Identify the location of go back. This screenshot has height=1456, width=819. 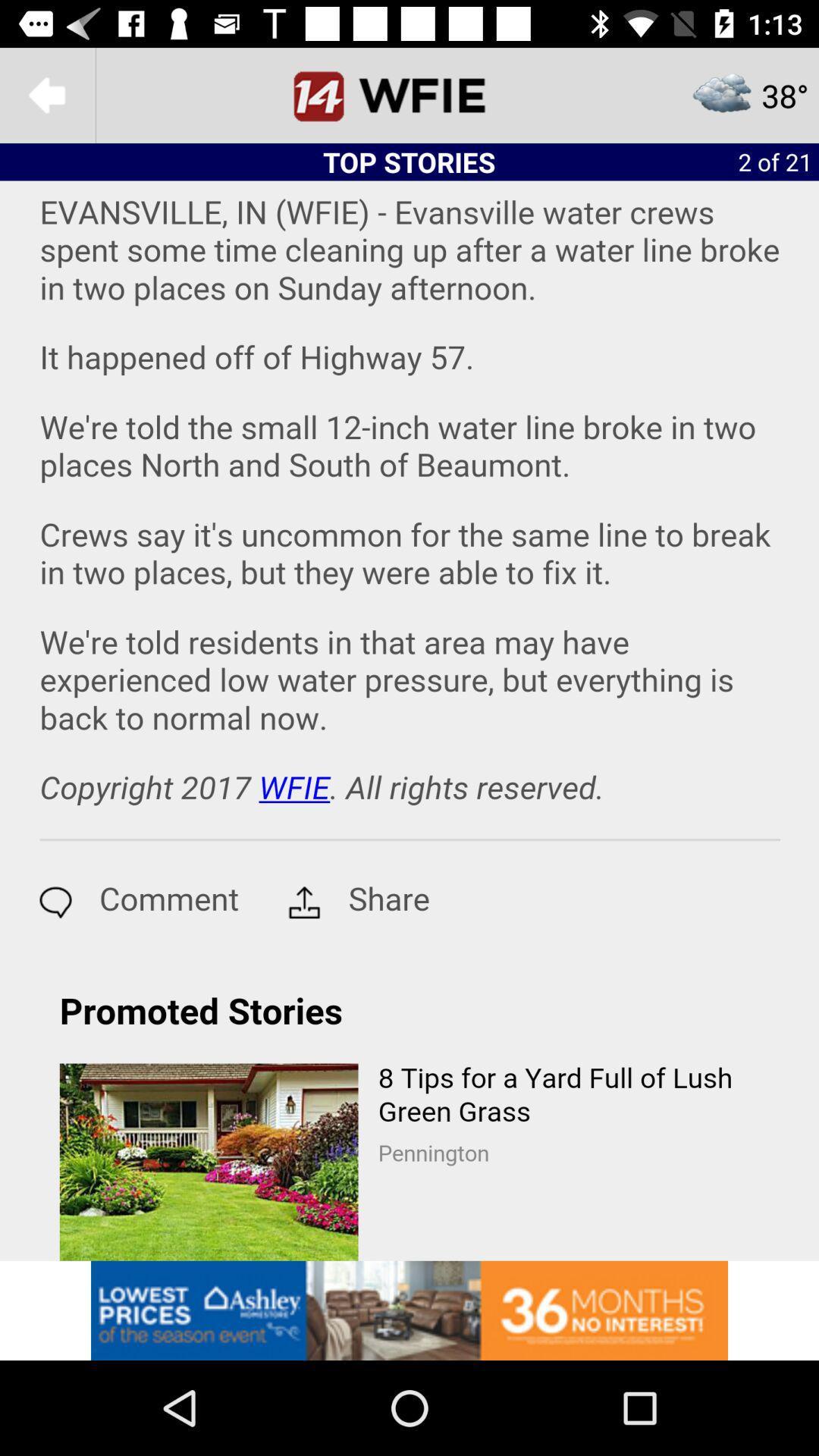
(46, 94).